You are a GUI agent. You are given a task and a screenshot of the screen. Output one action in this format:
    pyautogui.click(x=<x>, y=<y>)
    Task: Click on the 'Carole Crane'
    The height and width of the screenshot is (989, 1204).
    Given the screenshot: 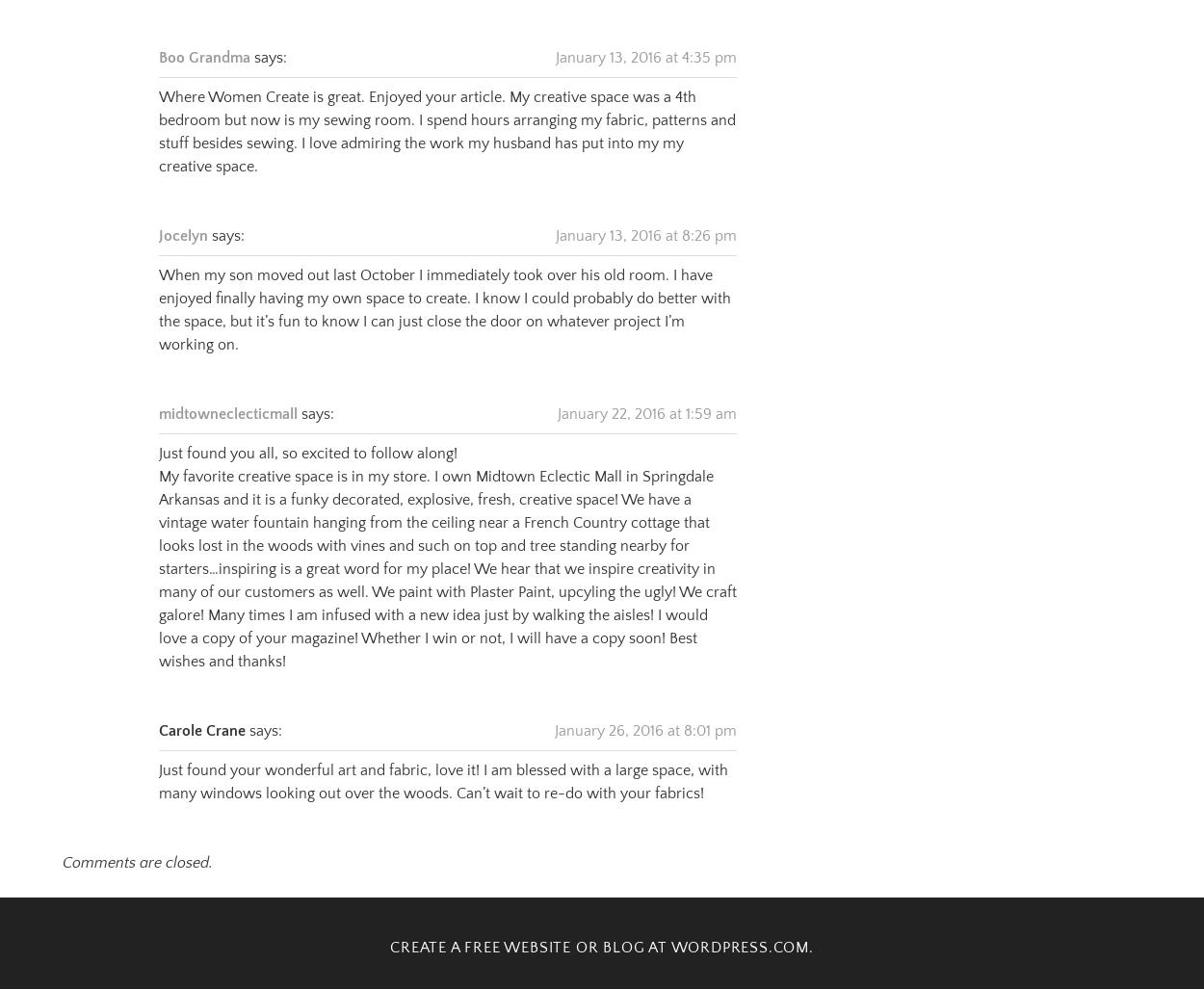 What is the action you would take?
    pyautogui.click(x=159, y=706)
    